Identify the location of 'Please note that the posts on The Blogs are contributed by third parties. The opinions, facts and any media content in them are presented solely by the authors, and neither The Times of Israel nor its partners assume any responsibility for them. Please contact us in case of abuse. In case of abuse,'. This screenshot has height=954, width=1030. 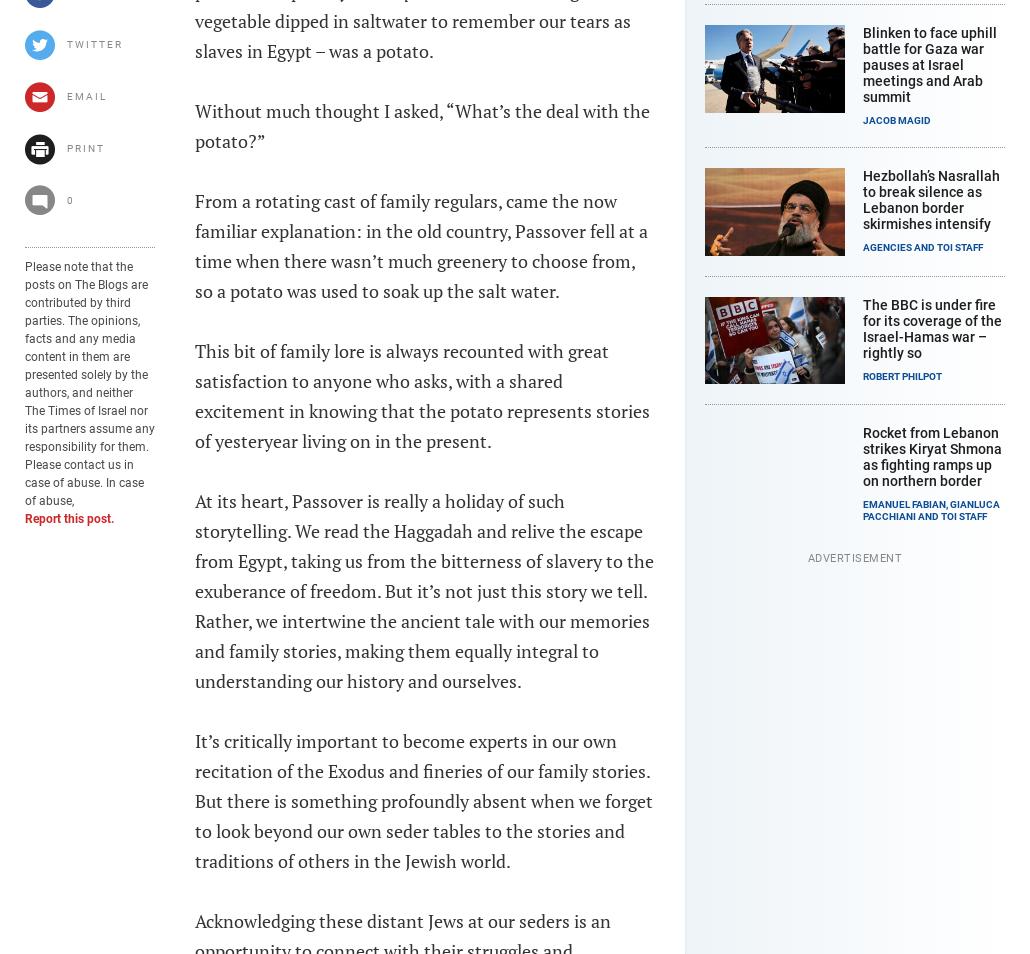
(25, 383).